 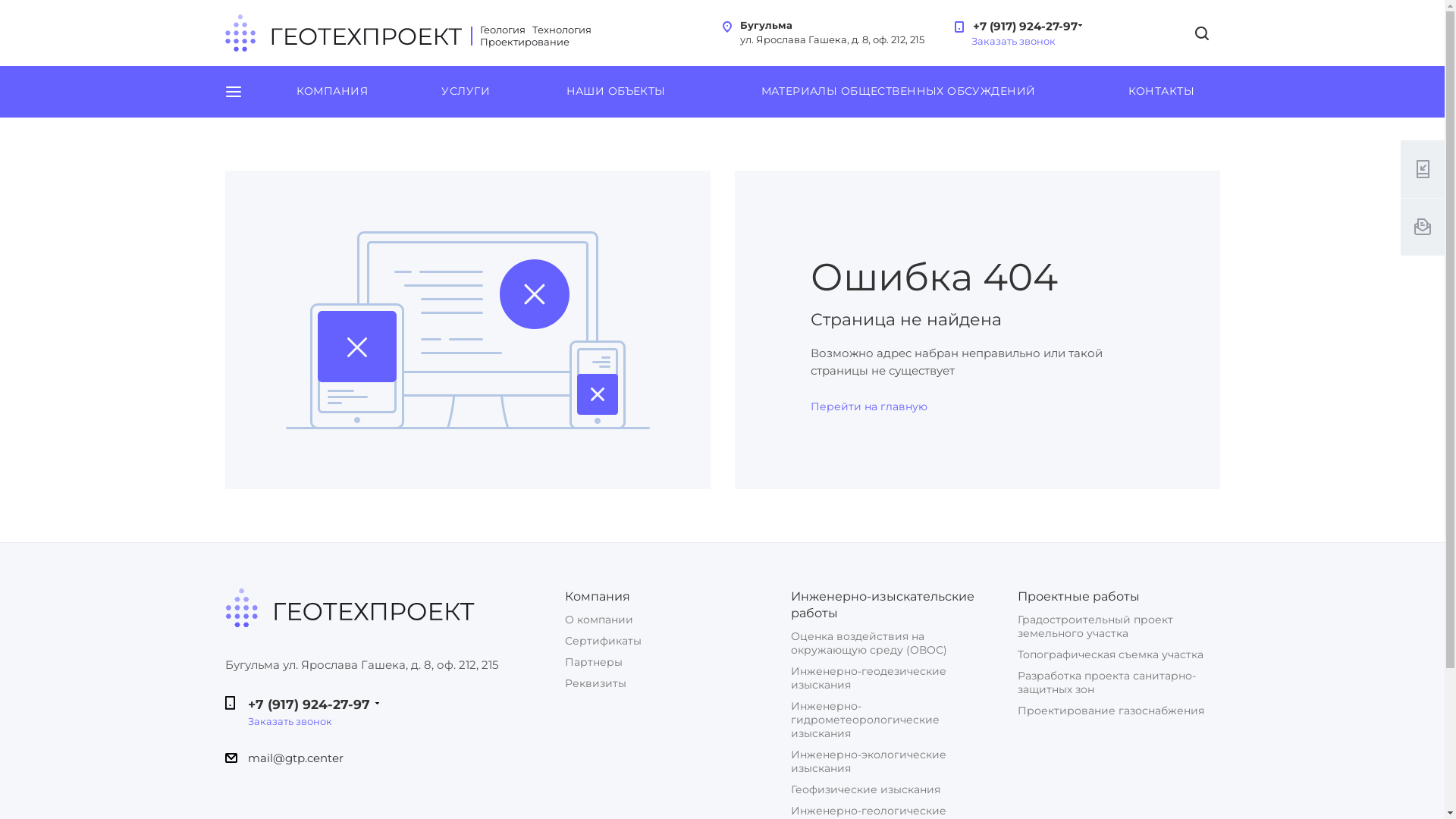 What do you see at coordinates (294, 758) in the screenshot?
I see `'mail@gtp.center'` at bounding box center [294, 758].